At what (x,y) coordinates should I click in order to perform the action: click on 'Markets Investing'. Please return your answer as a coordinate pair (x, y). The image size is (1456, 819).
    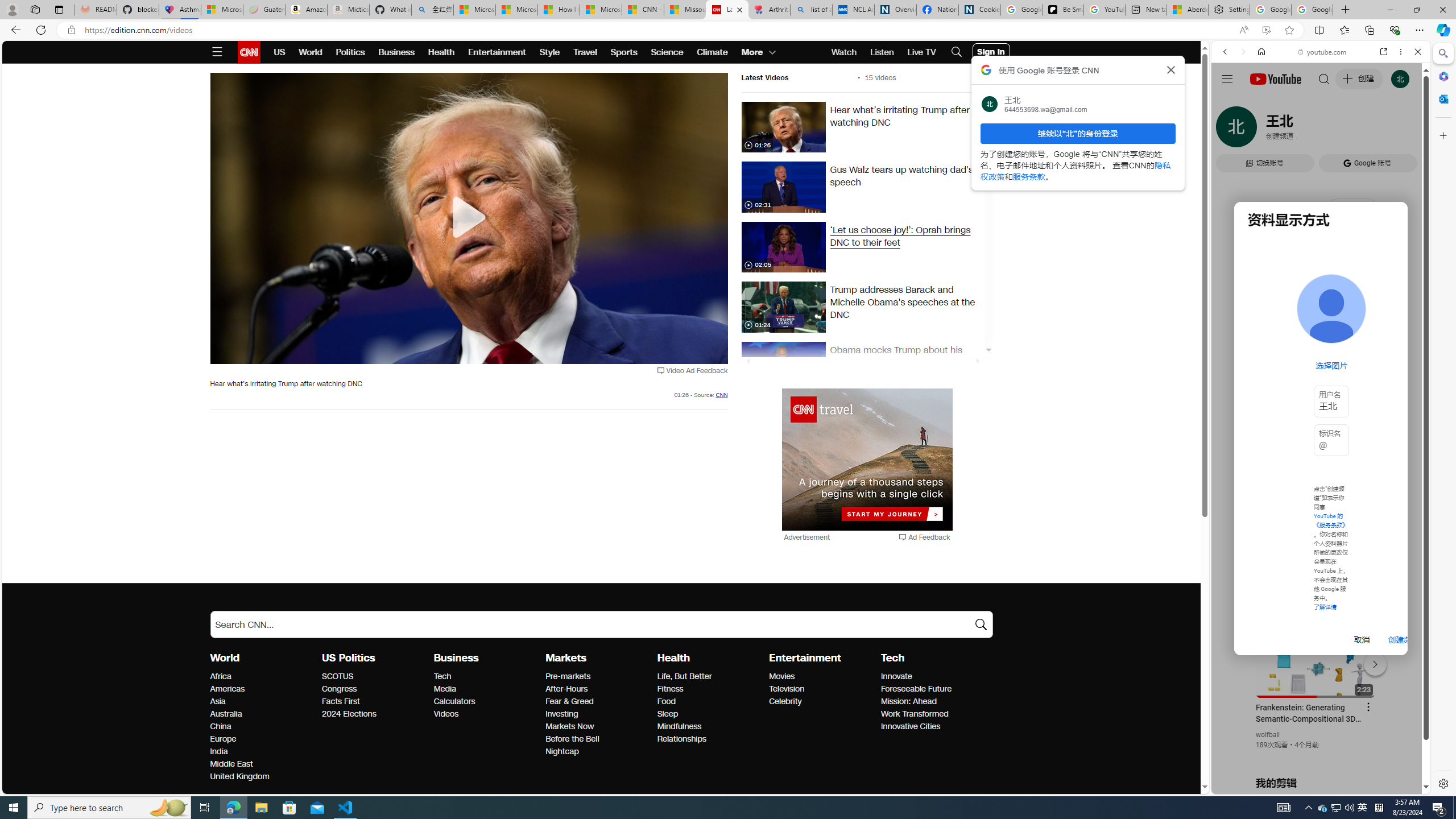
    Looking at the image, I should click on (561, 713).